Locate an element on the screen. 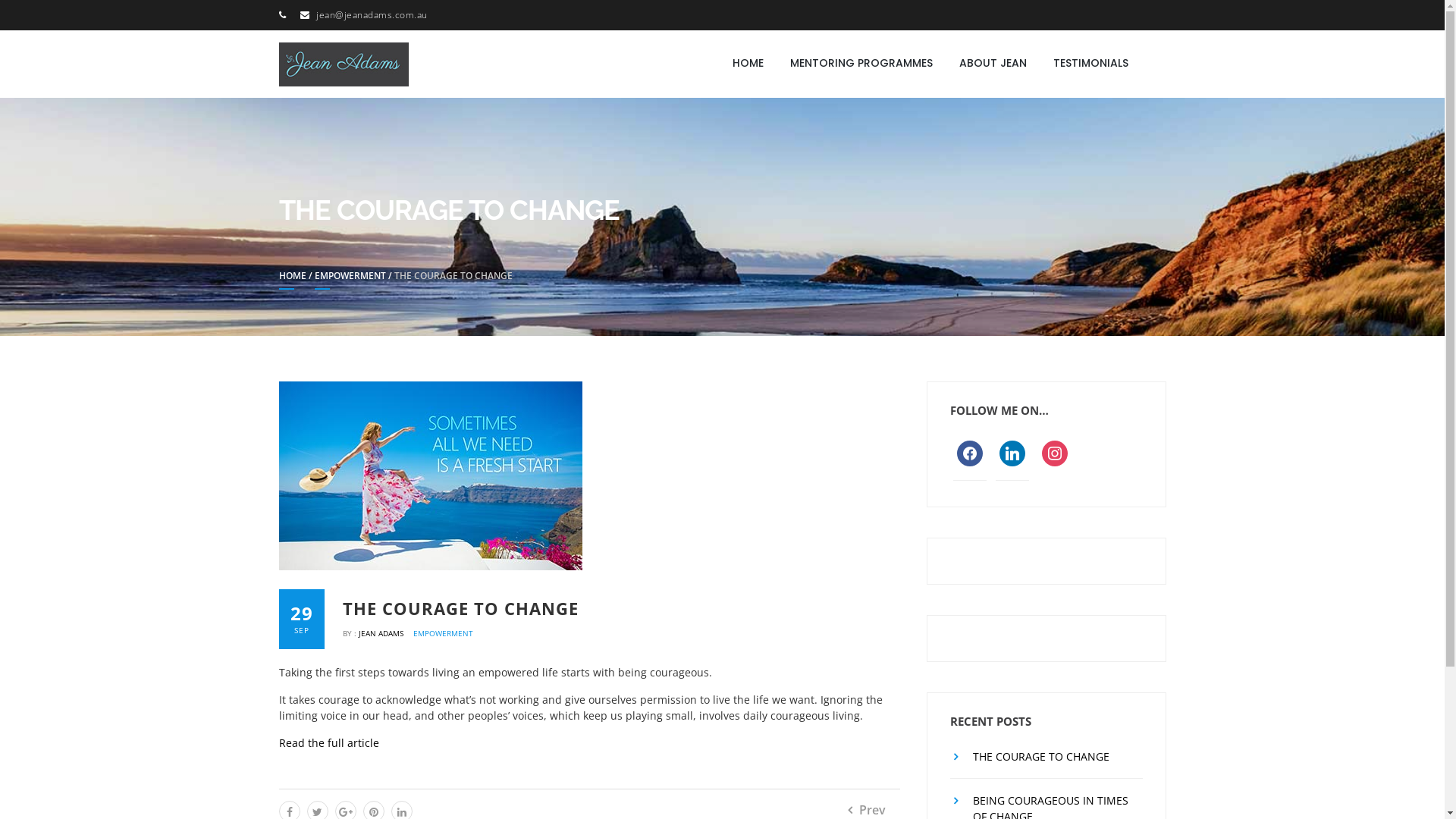 The width and height of the screenshot is (1456, 819). 'MENTORING PROGRAMMES' is located at coordinates (861, 62).